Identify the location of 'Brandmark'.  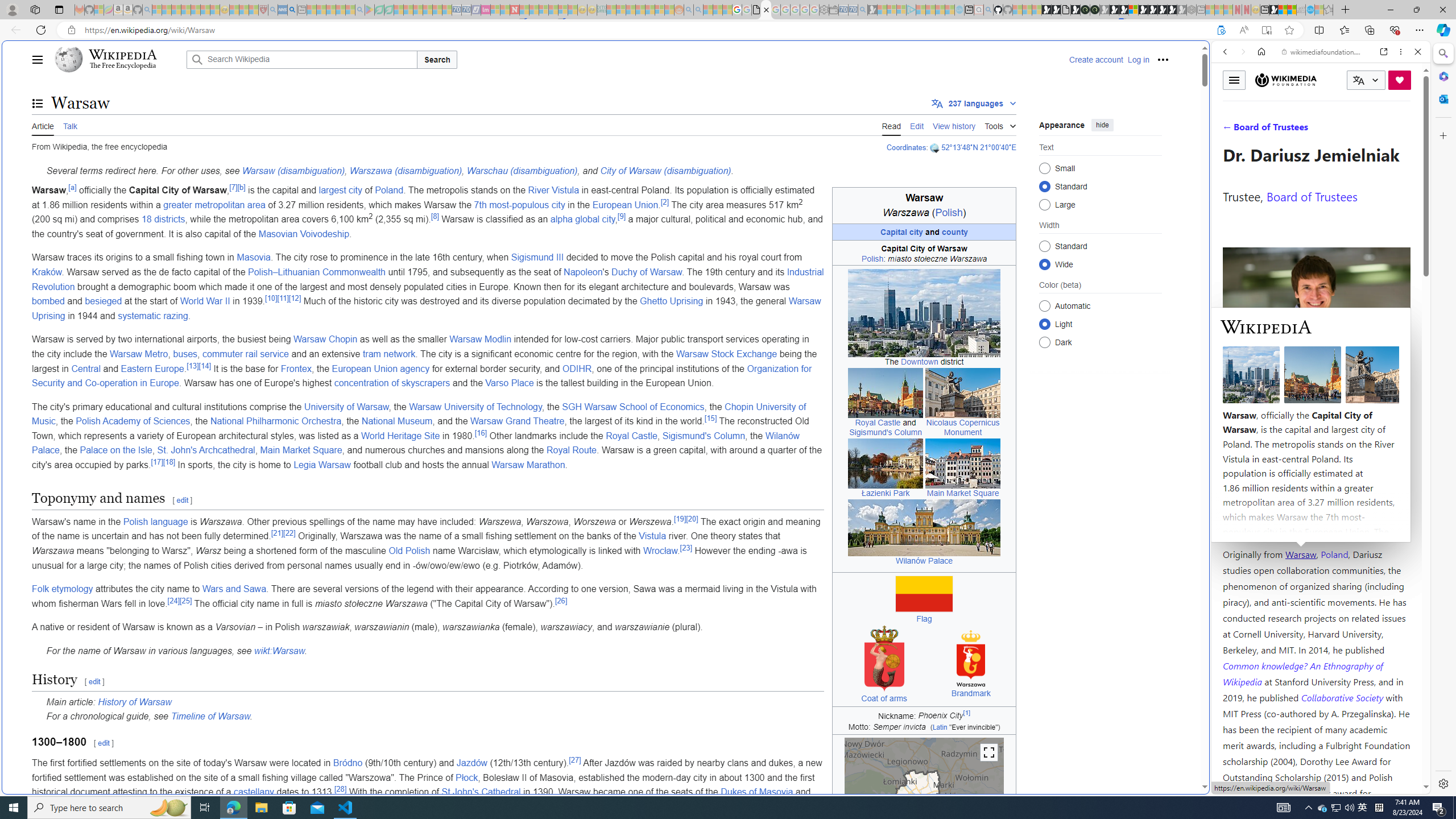
(970, 693).